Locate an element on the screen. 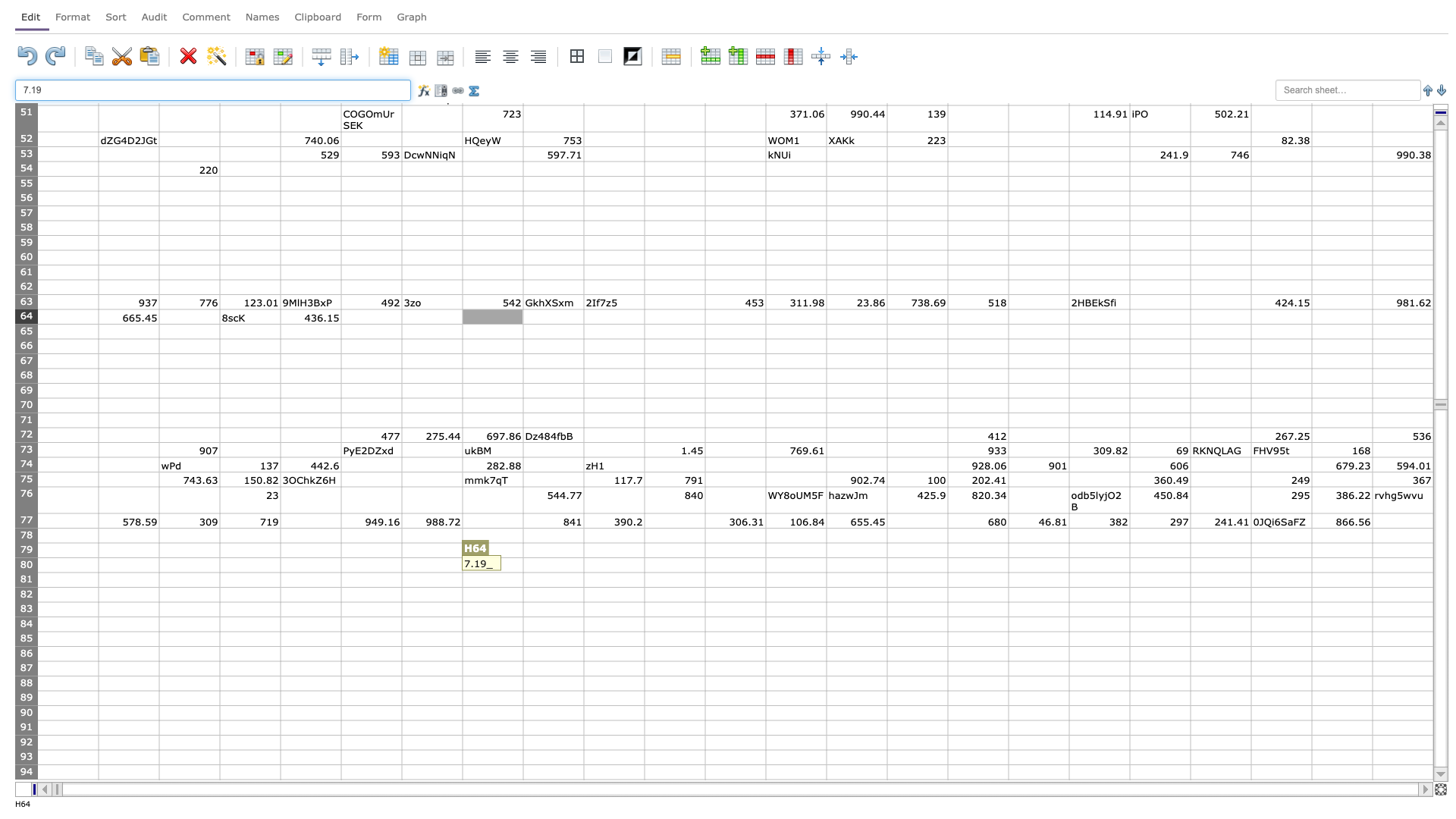  Top left corner of cell I-80 is located at coordinates (523, 557).